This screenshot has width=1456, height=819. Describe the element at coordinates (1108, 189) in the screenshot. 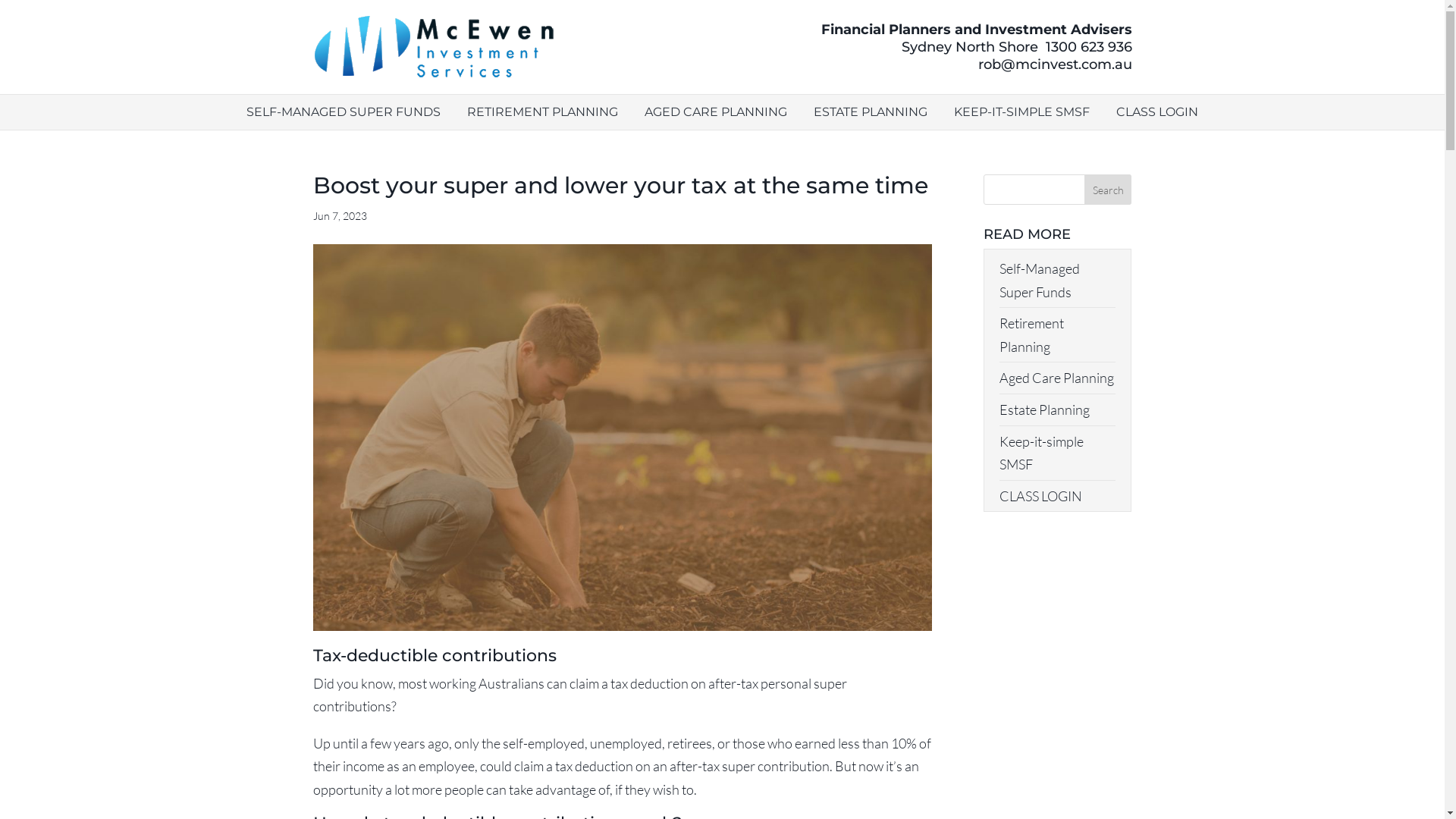

I see `'Search'` at that location.